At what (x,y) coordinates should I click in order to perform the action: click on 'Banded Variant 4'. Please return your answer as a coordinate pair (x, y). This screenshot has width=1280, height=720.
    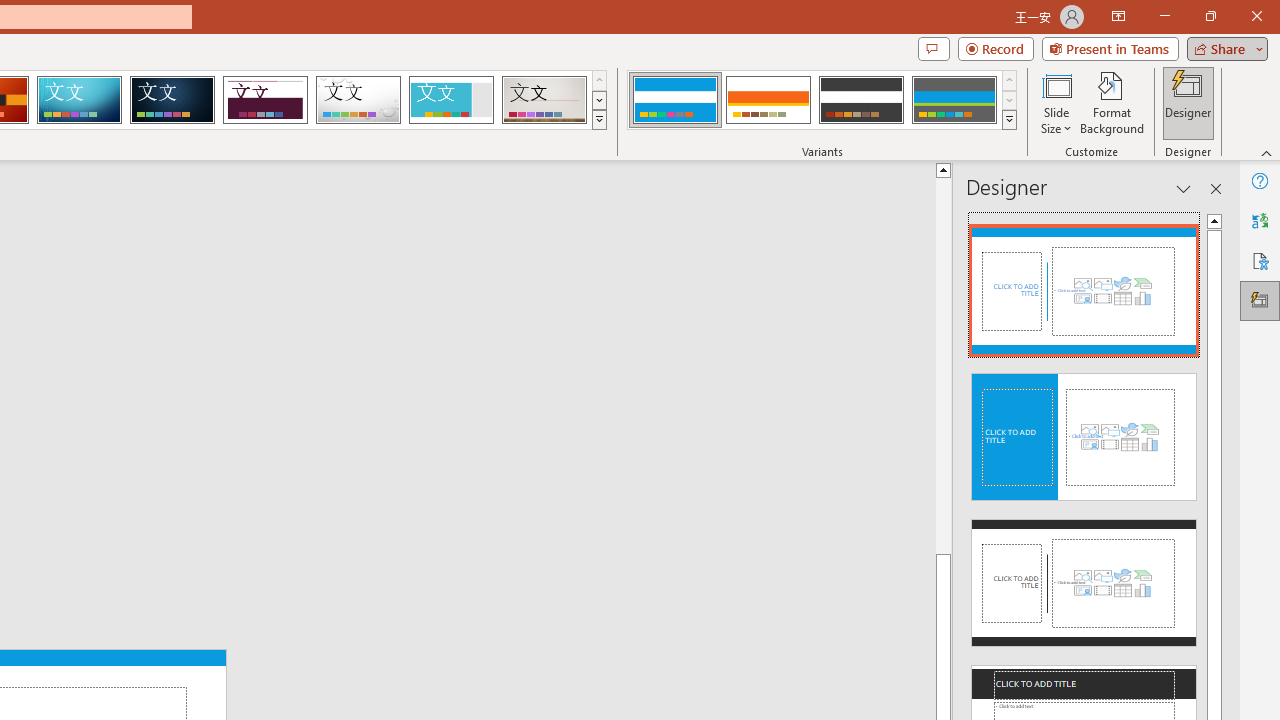
    Looking at the image, I should click on (953, 100).